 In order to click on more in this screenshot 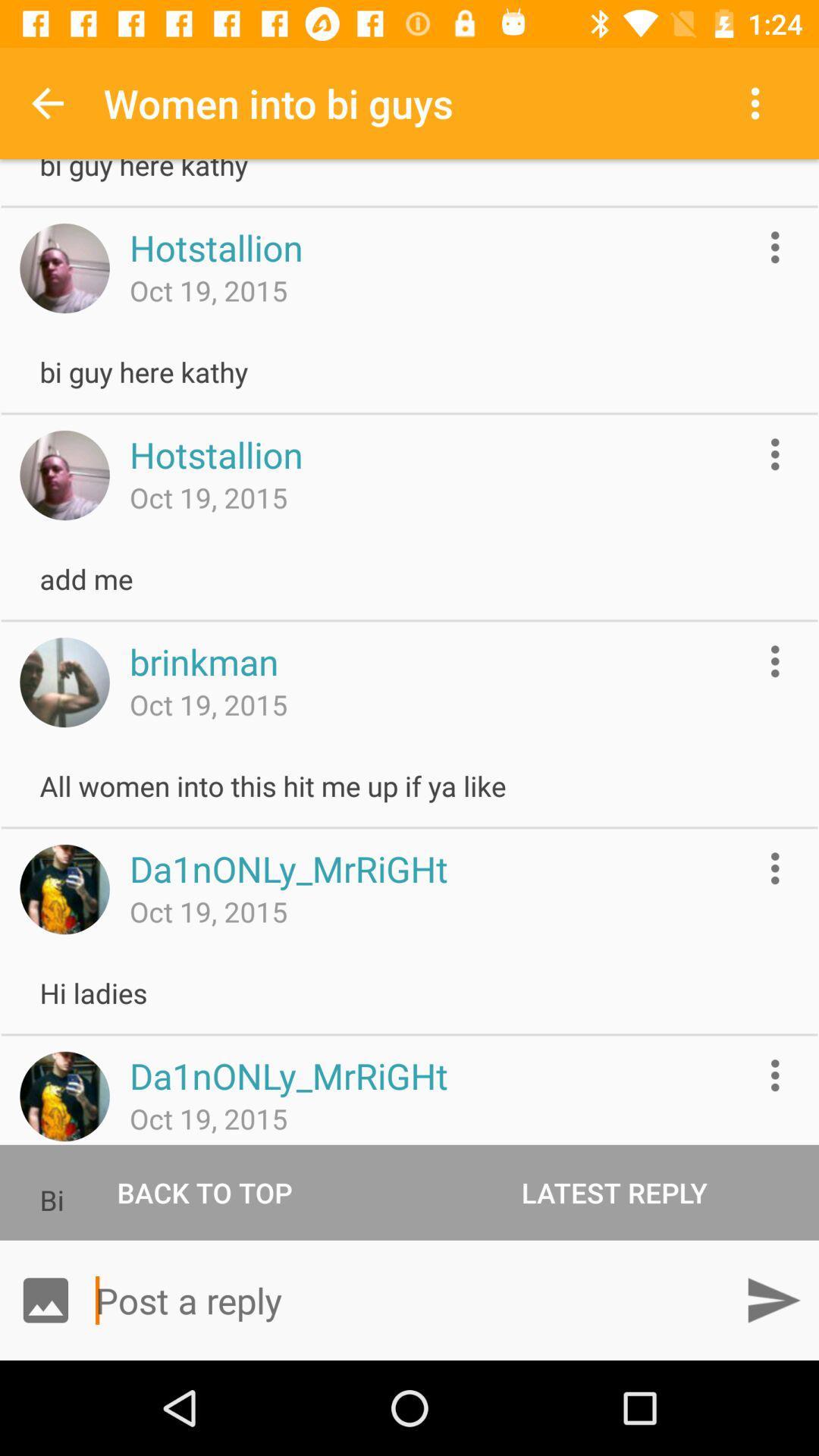, I will do `click(775, 247)`.